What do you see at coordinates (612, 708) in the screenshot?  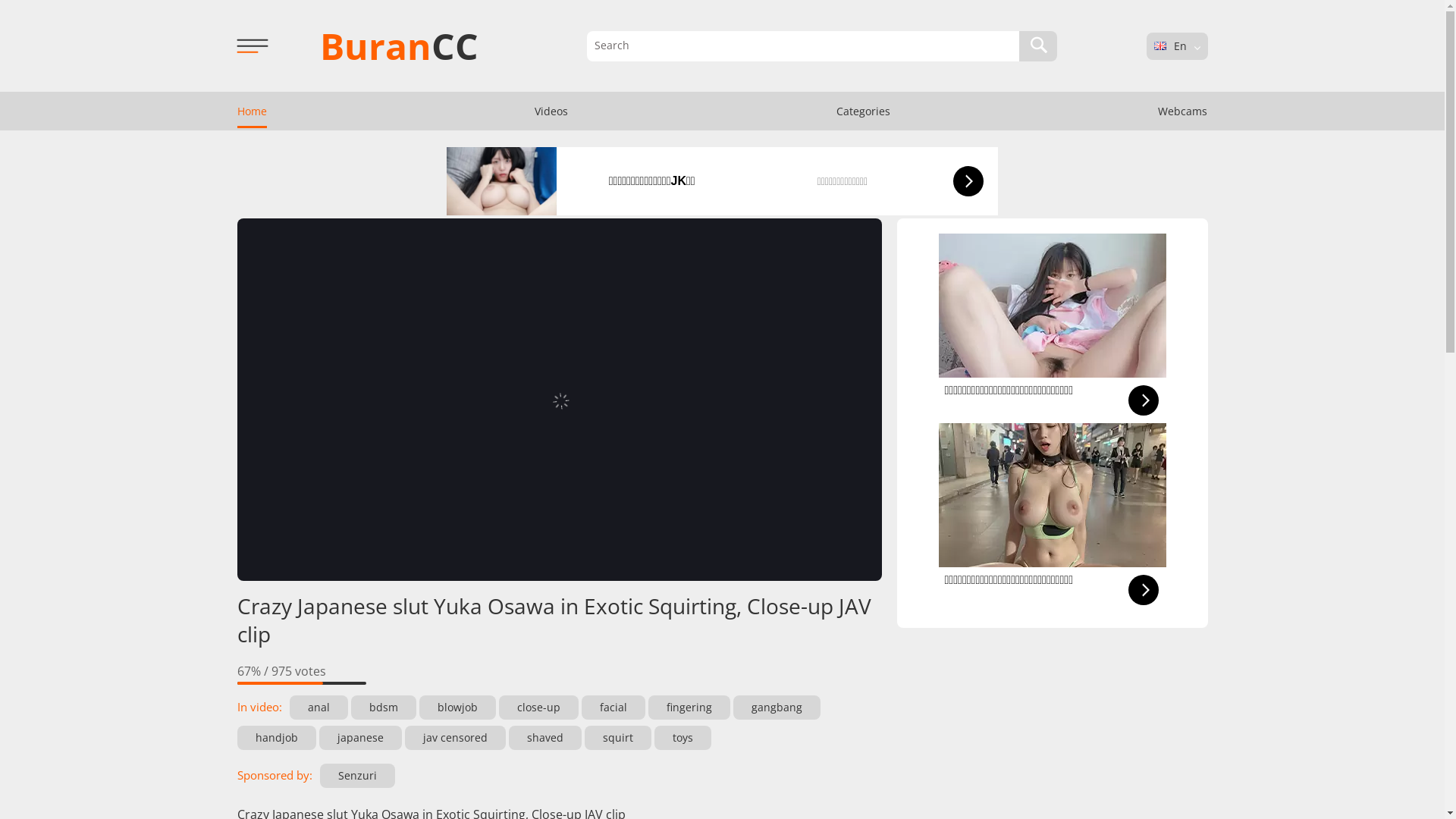 I see `'facial'` at bounding box center [612, 708].